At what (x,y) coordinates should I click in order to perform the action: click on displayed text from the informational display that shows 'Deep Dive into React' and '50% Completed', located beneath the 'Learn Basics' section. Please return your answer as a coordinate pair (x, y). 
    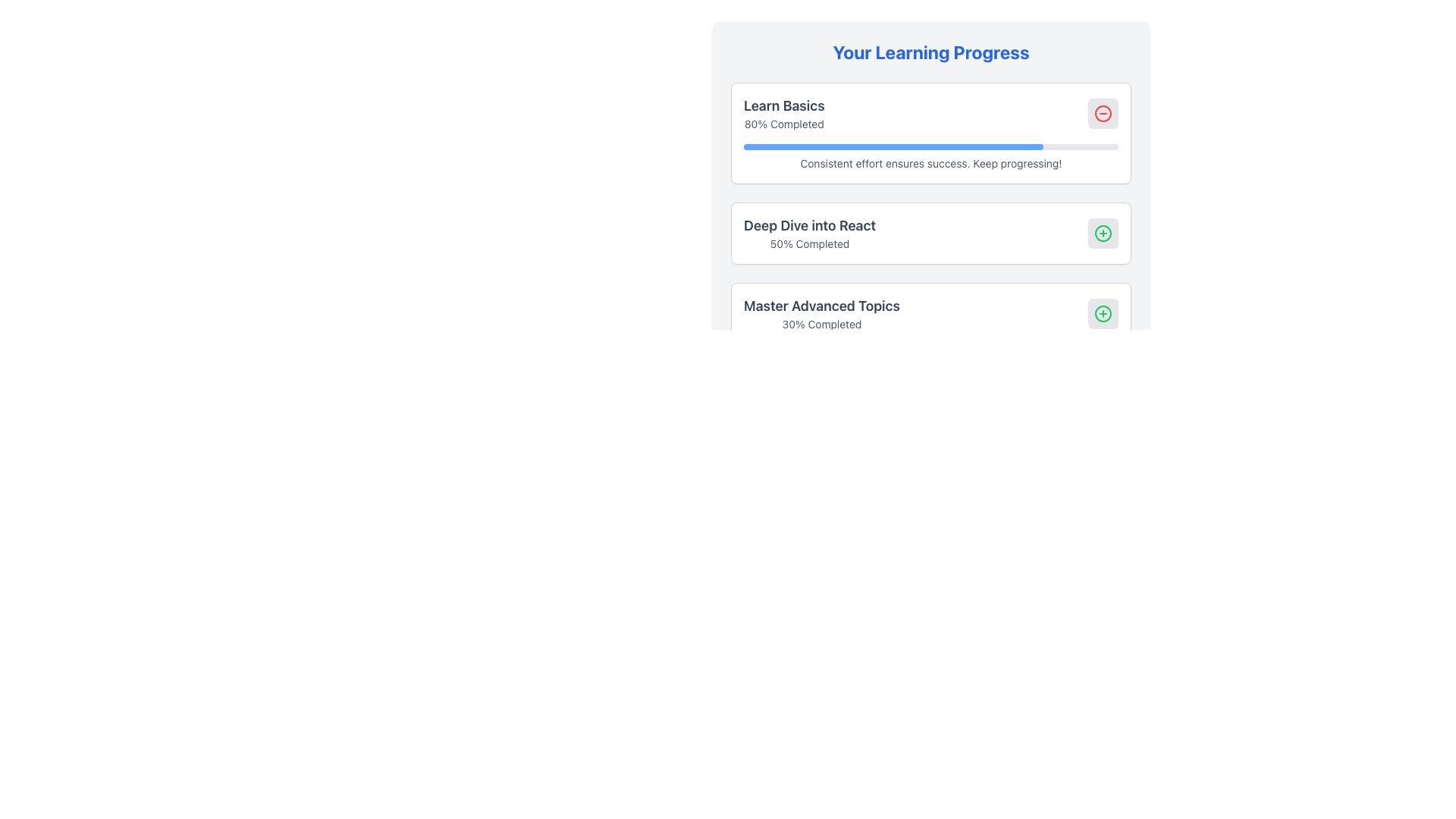
    Looking at the image, I should click on (809, 234).